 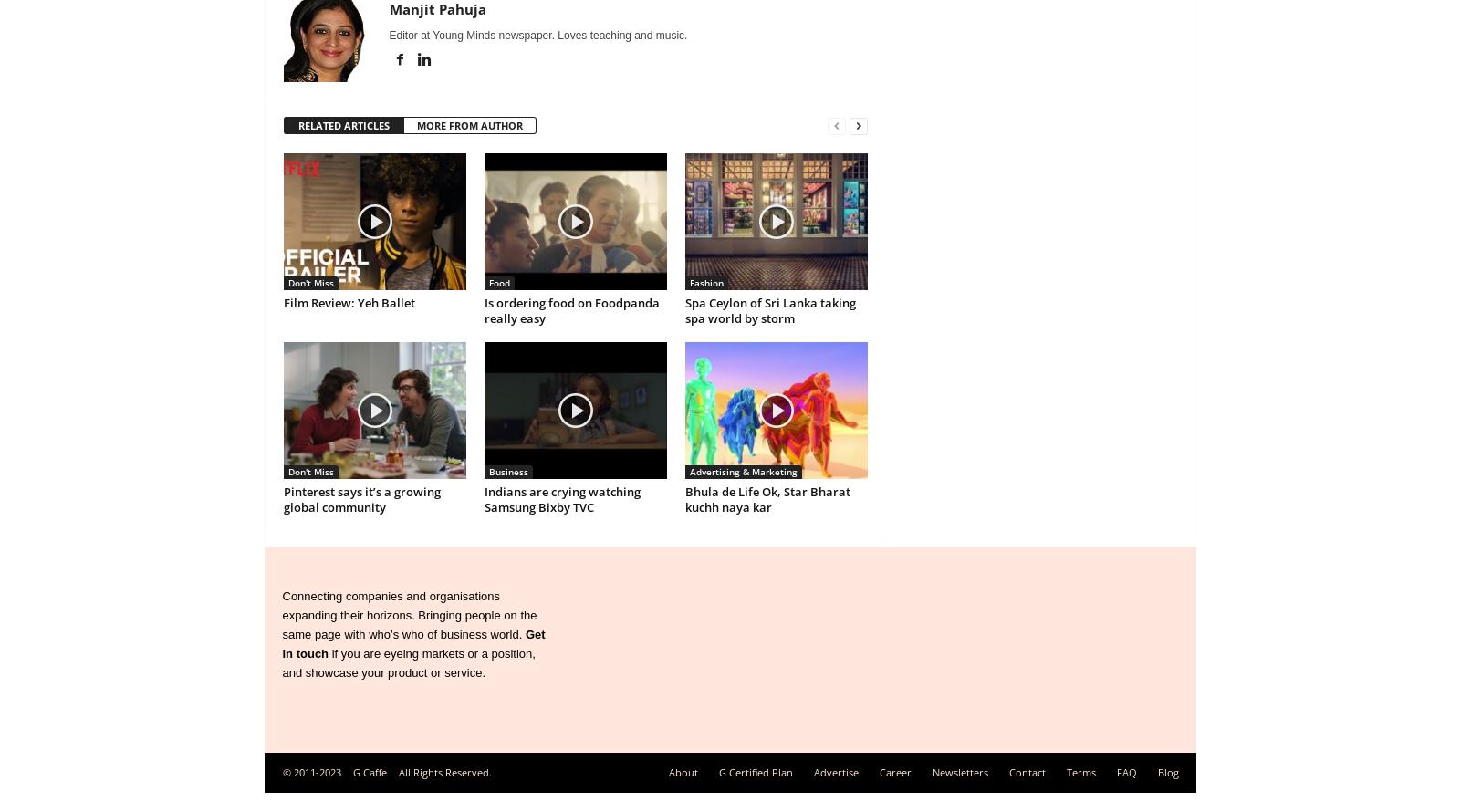 What do you see at coordinates (893, 771) in the screenshot?
I see `'Career'` at bounding box center [893, 771].